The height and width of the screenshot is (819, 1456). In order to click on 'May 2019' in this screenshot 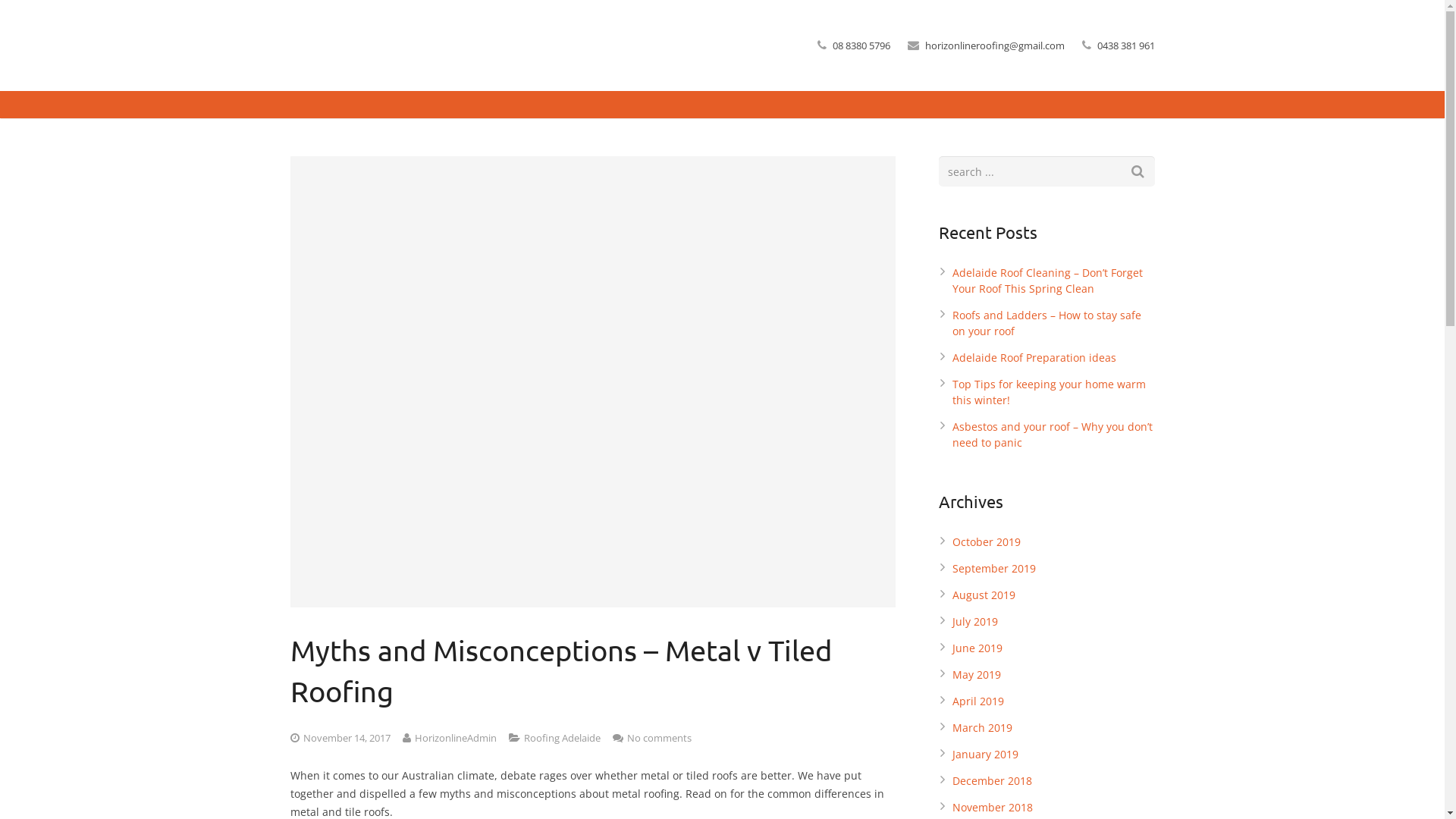, I will do `click(976, 673)`.